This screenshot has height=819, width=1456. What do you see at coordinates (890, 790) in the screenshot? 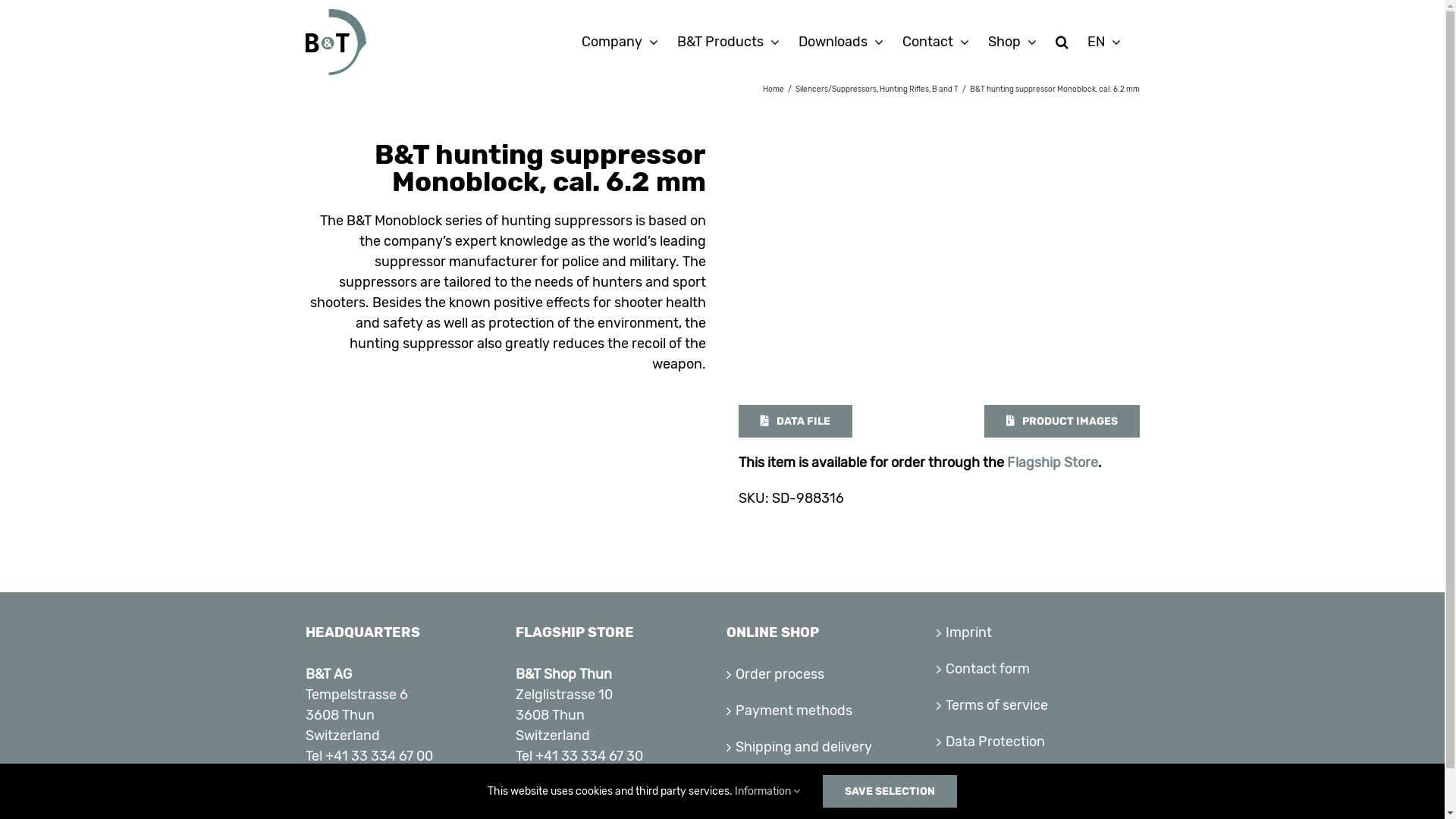
I see `'SAVE SELECTION'` at bounding box center [890, 790].